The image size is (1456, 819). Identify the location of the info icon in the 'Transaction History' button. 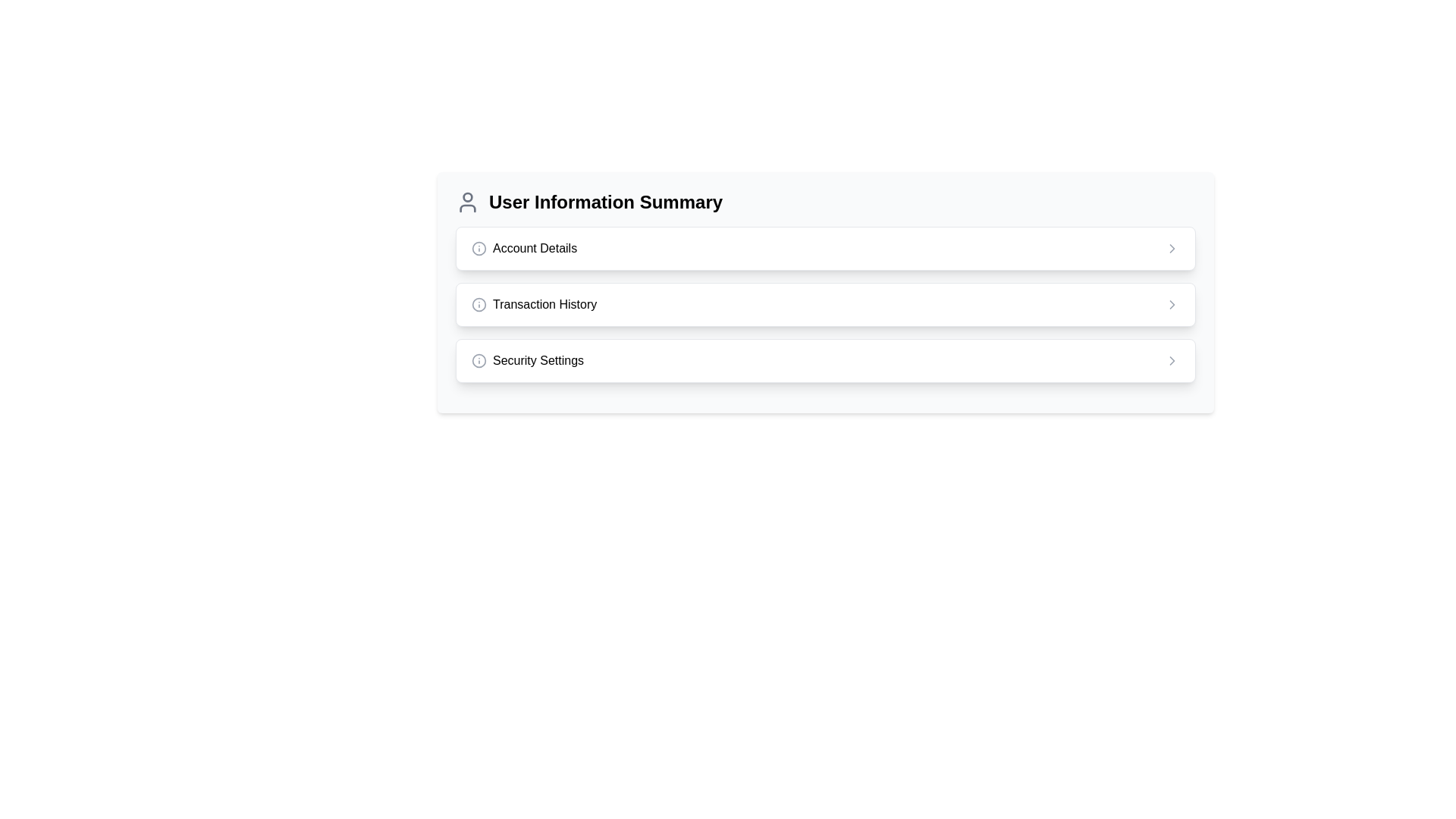
(534, 304).